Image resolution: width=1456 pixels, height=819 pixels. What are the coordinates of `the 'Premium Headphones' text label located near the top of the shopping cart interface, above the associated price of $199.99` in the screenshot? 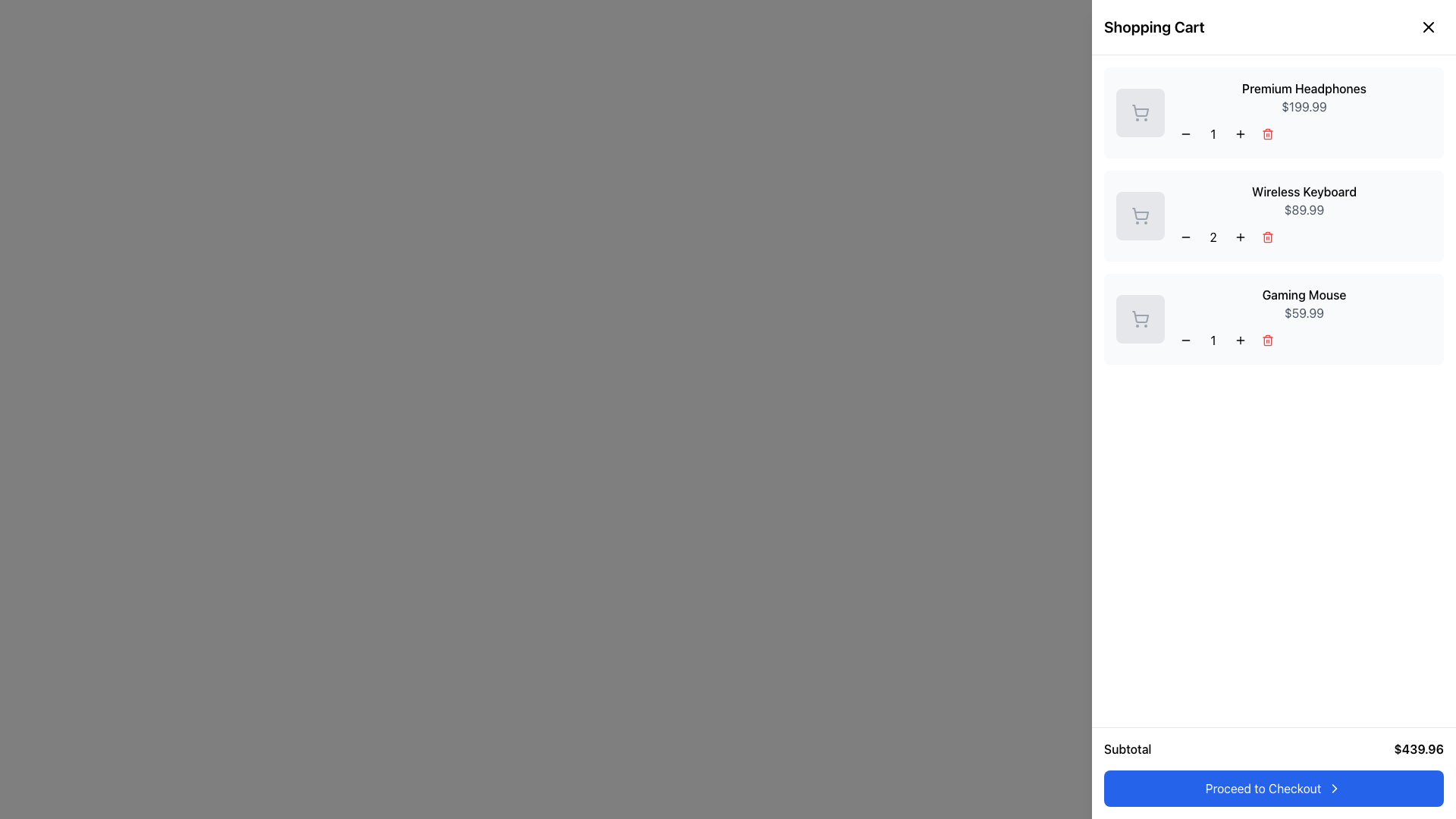 It's located at (1303, 88).